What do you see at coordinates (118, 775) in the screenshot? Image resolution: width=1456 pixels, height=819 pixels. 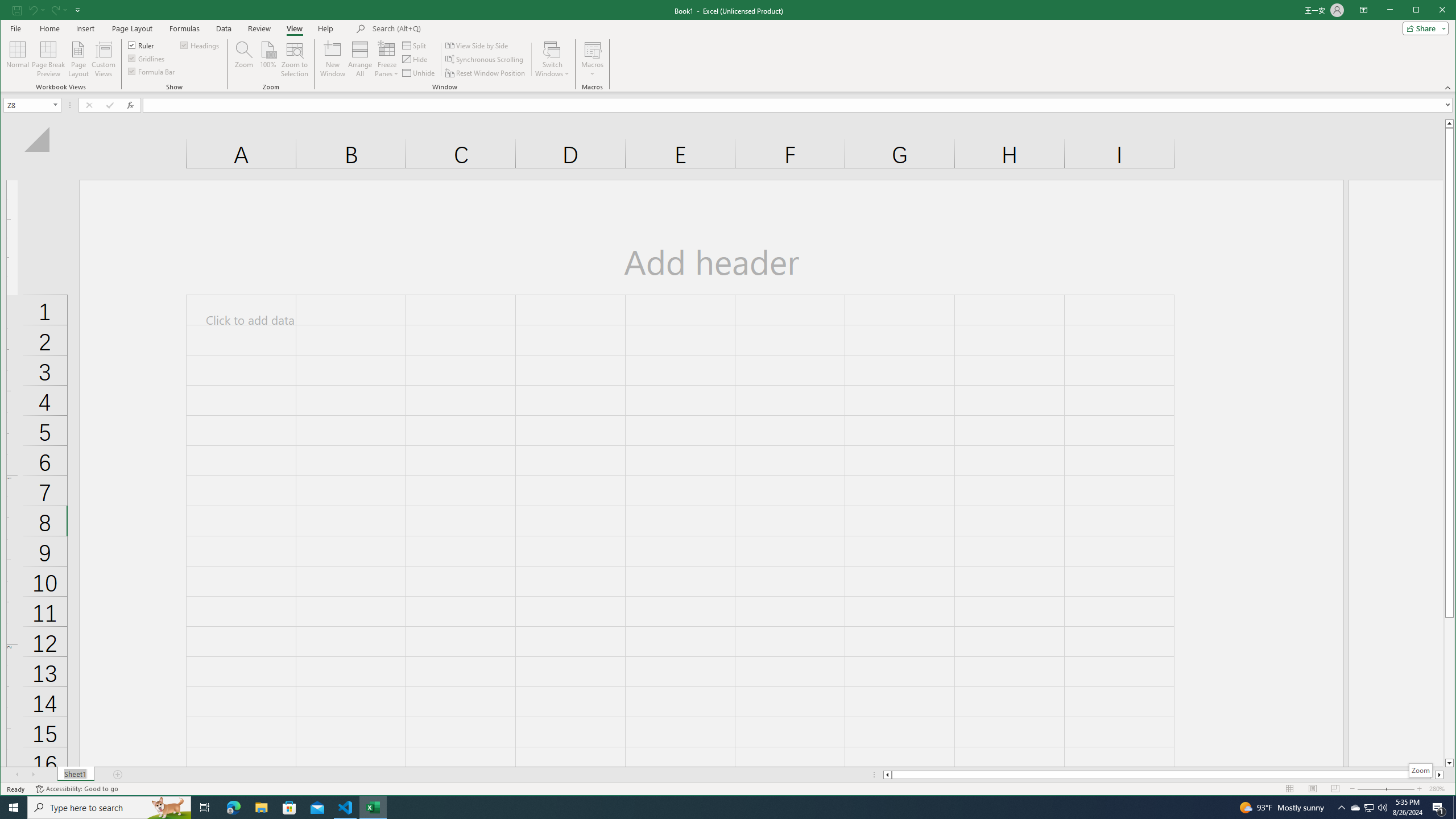 I see `'Accessibility Checker Accessibility: Good to go'` at bounding box center [118, 775].